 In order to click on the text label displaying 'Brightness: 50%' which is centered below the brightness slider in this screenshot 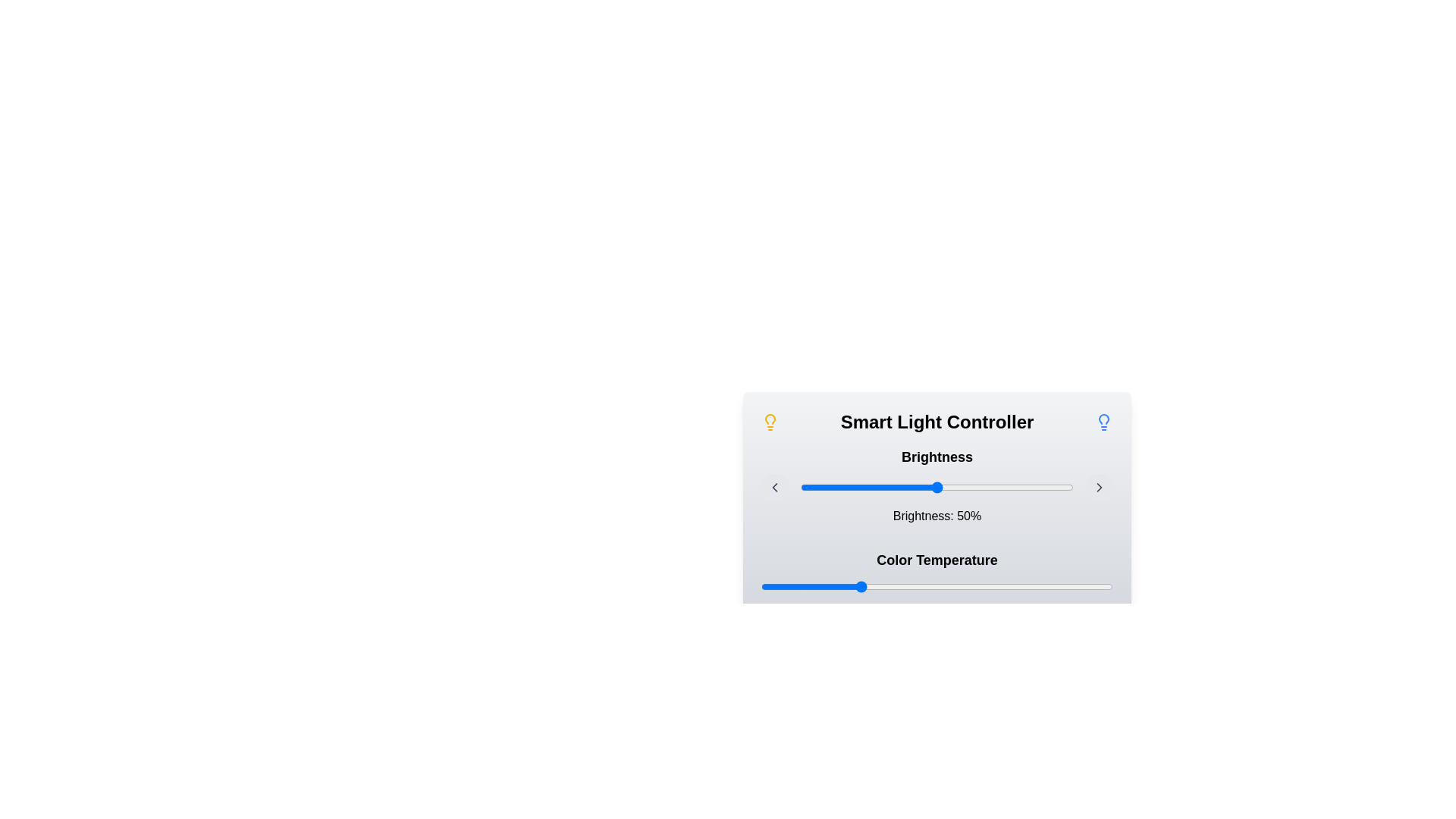, I will do `click(937, 516)`.